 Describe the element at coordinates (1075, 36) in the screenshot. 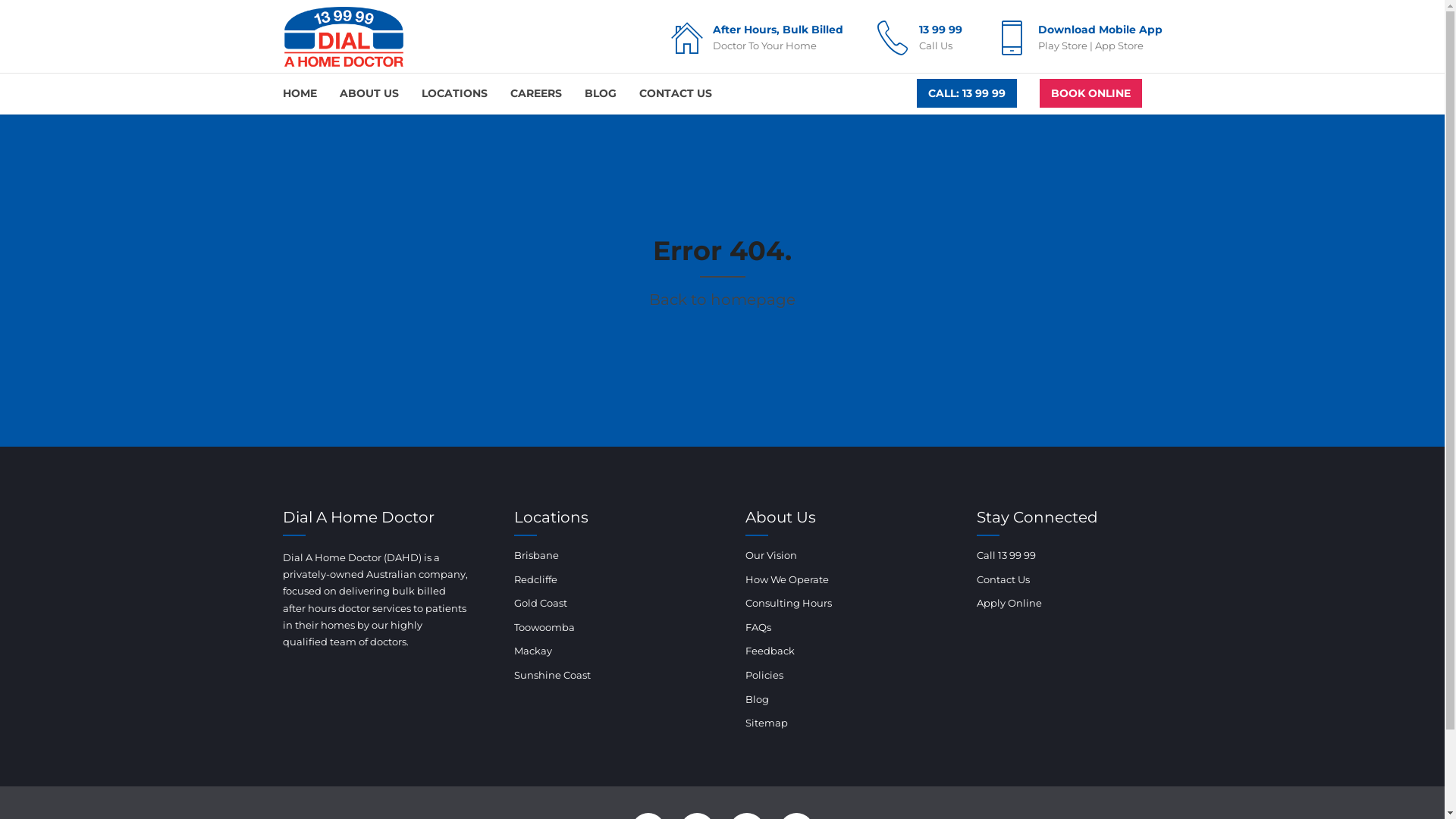

I see `'Download Mobile App` at that location.